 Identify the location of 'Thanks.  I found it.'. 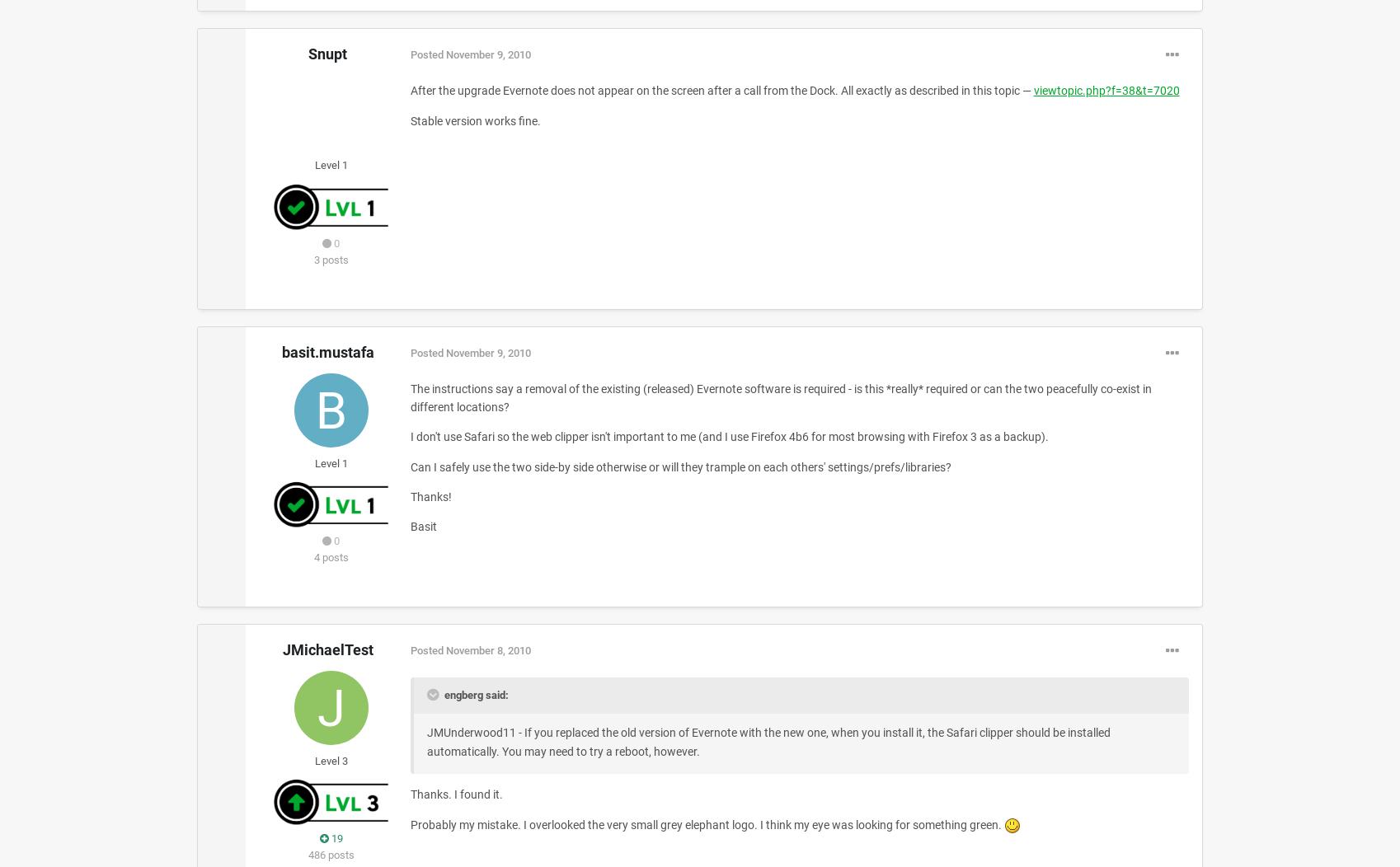
(409, 793).